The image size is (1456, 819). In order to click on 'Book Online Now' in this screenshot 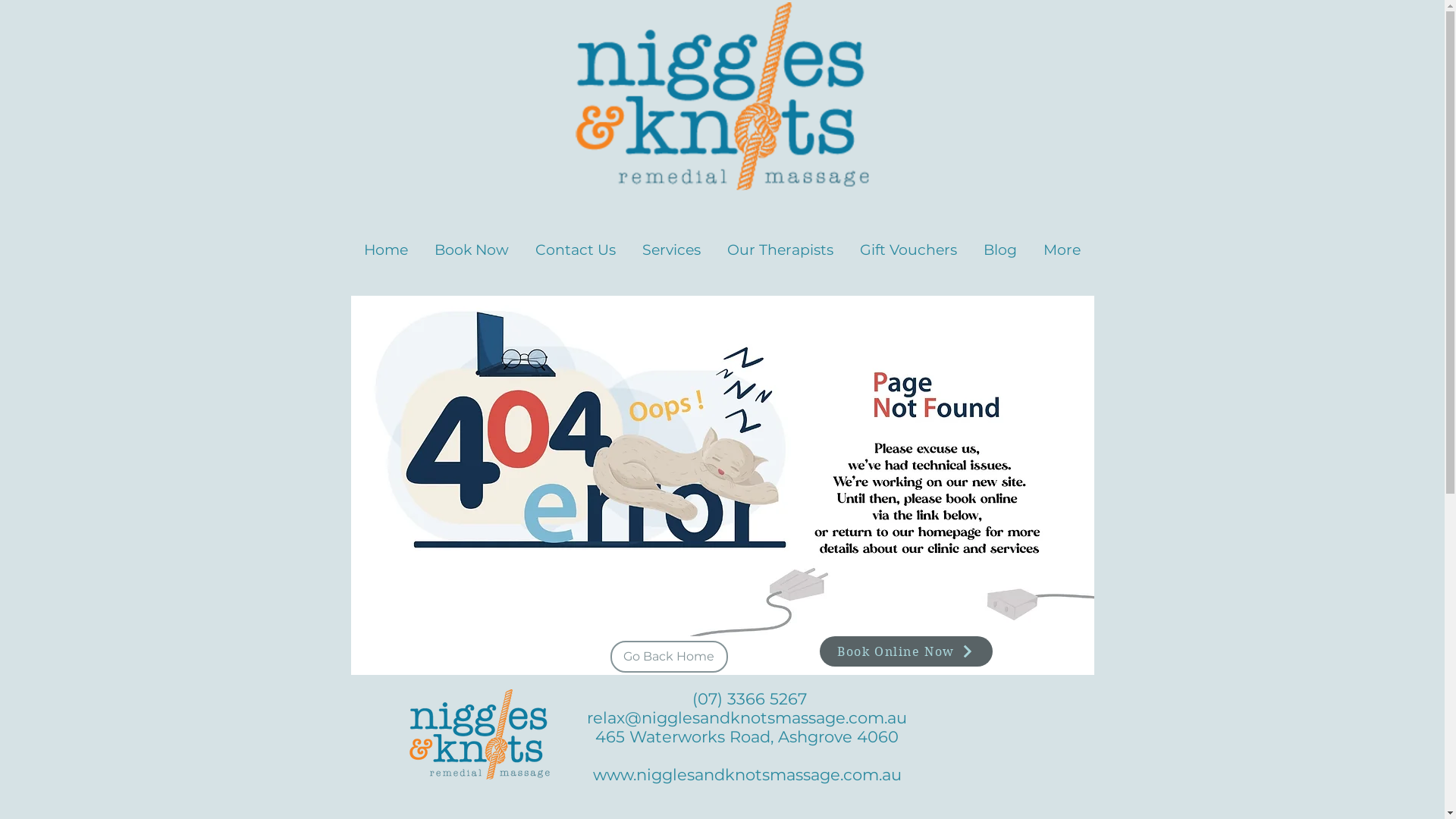, I will do `click(905, 651)`.